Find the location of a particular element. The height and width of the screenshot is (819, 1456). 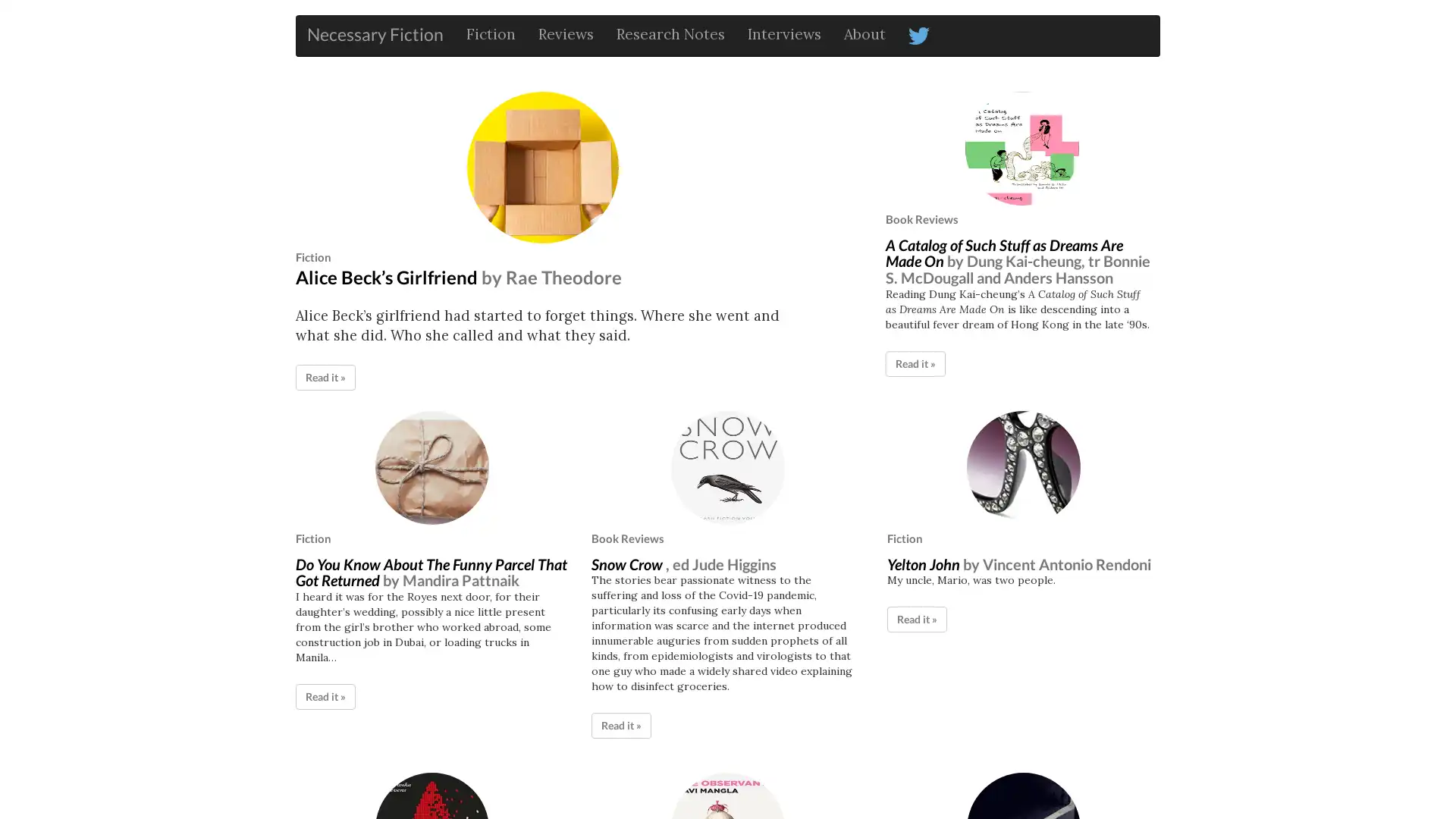

Read it is located at coordinates (914, 362).